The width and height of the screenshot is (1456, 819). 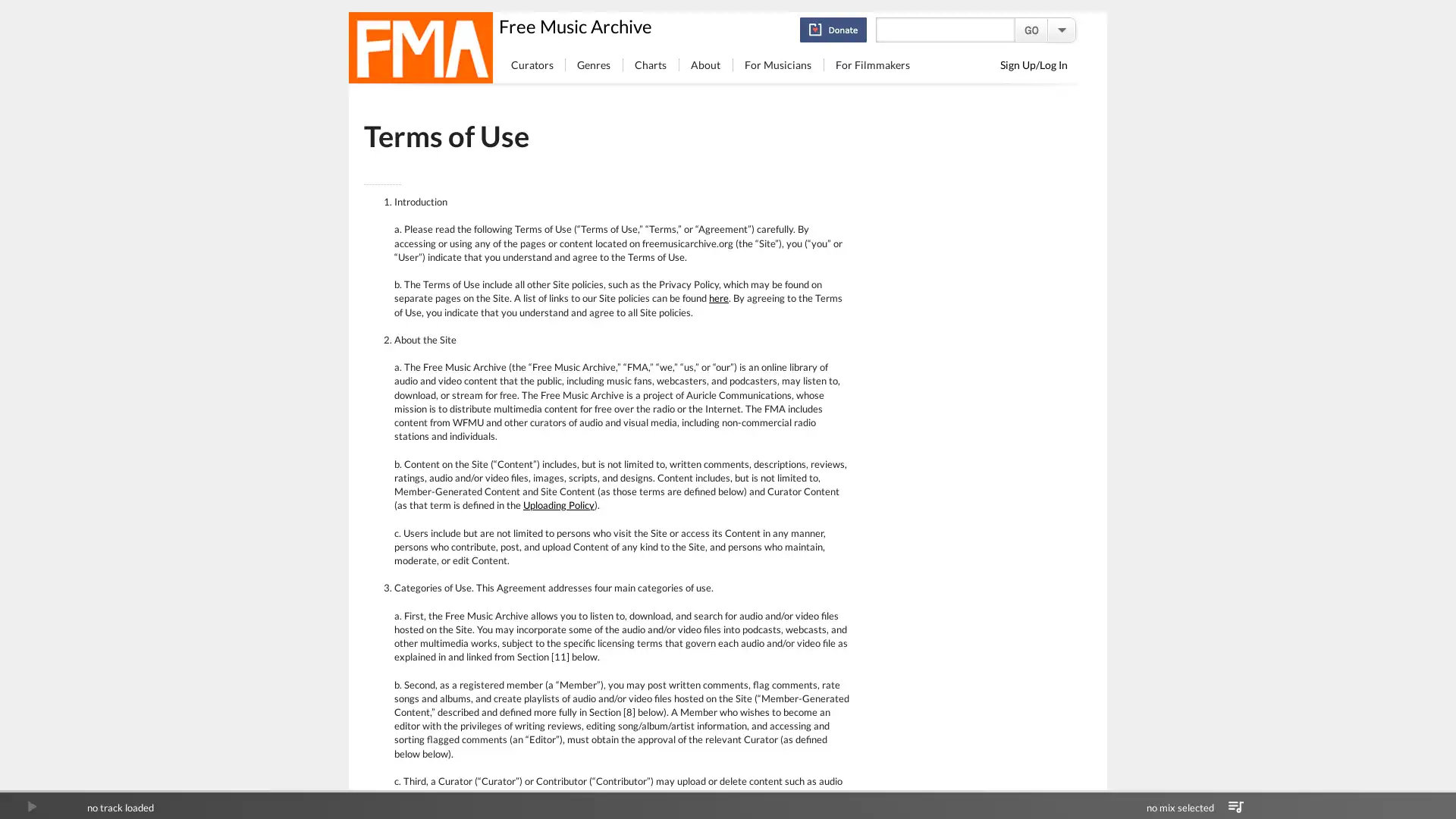 What do you see at coordinates (1235, 806) in the screenshot?
I see `select mix` at bounding box center [1235, 806].